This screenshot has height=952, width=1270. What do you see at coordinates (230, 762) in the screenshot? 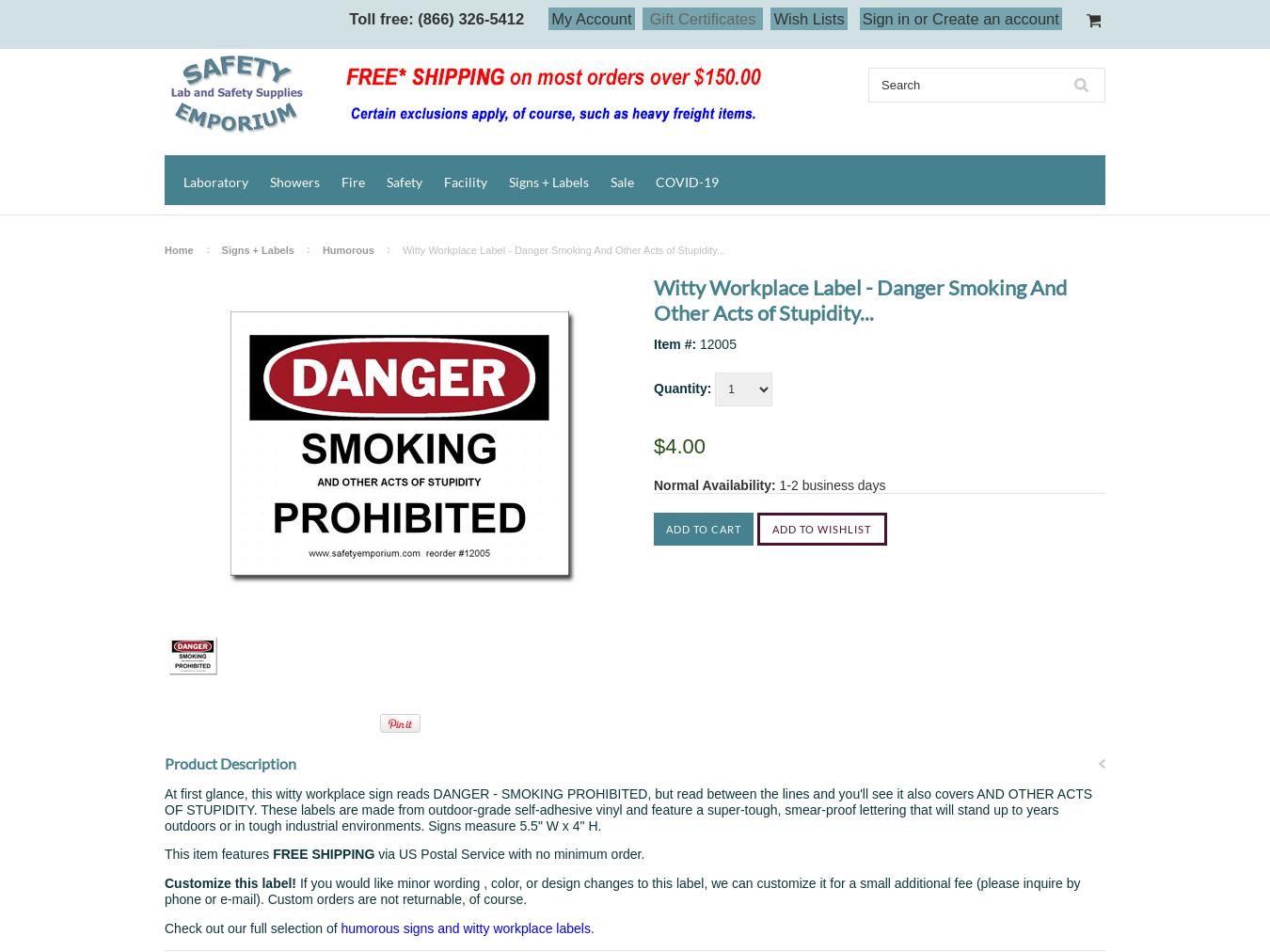
I see `'Product Description'` at bounding box center [230, 762].